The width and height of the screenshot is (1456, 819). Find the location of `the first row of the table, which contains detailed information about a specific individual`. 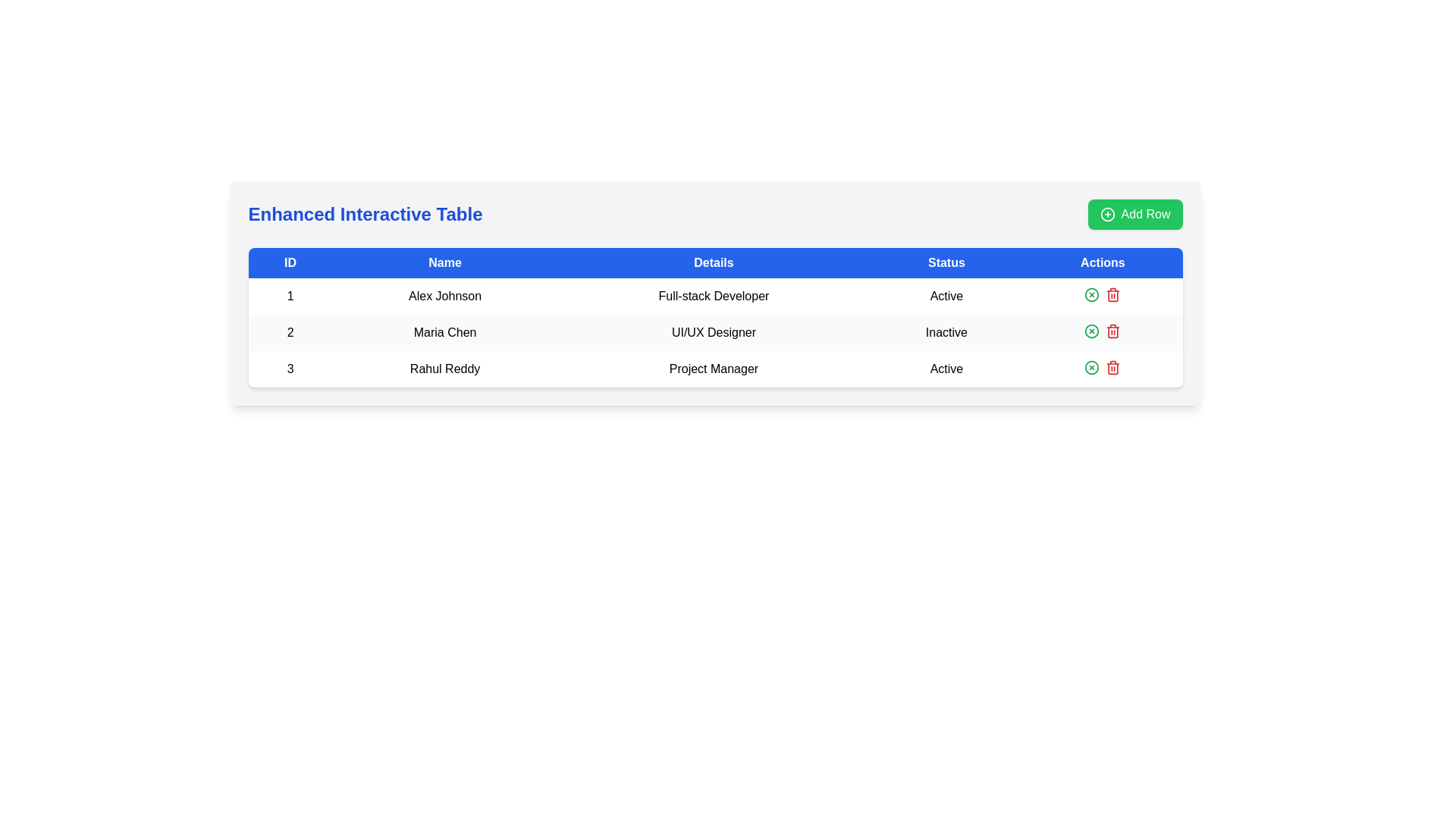

the first row of the table, which contains detailed information about a specific individual is located at coordinates (714, 296).